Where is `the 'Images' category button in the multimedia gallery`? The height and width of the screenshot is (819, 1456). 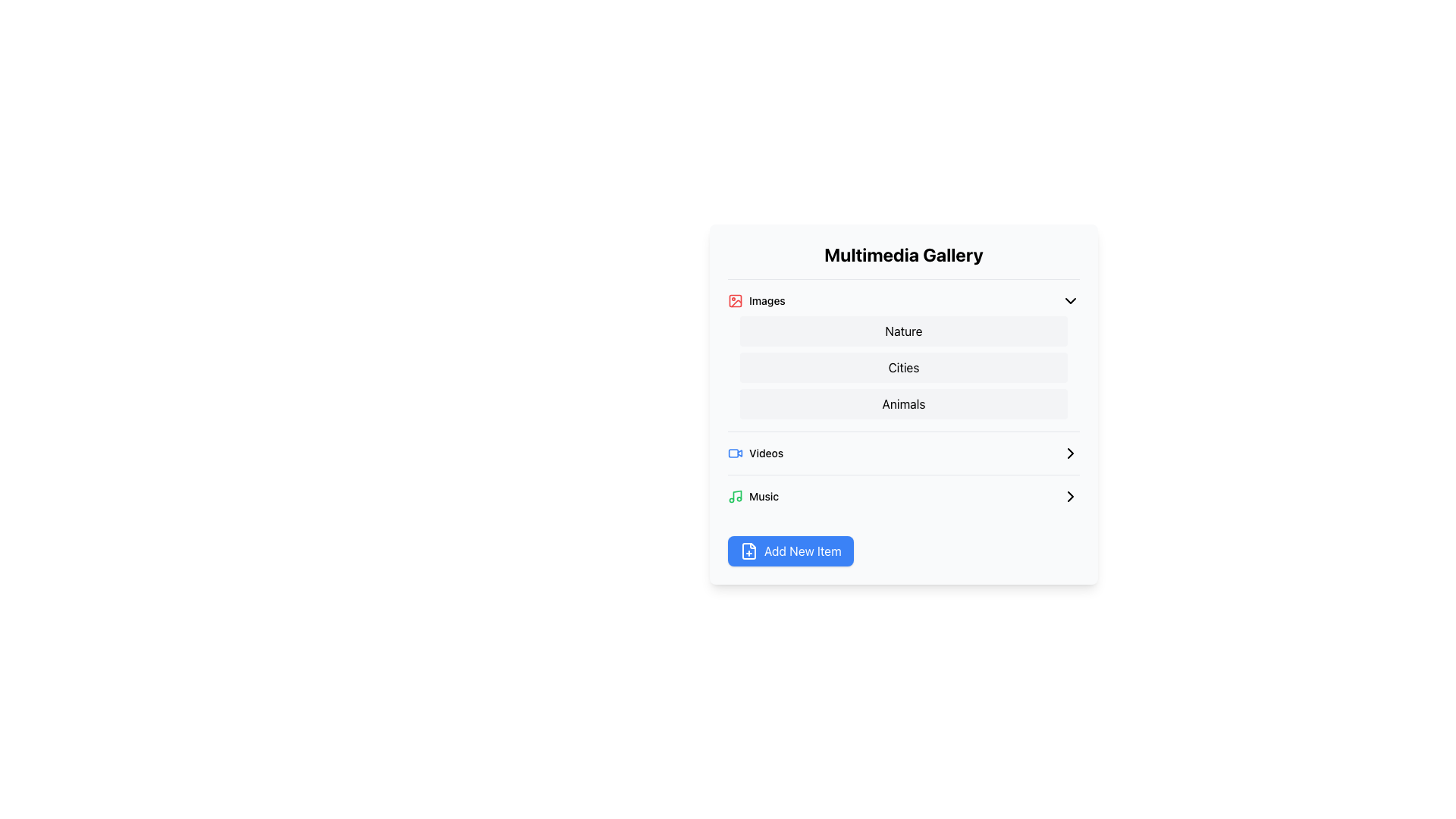
the 'Images' category button in the multimedia gallery is located at coordinates (756, 301).